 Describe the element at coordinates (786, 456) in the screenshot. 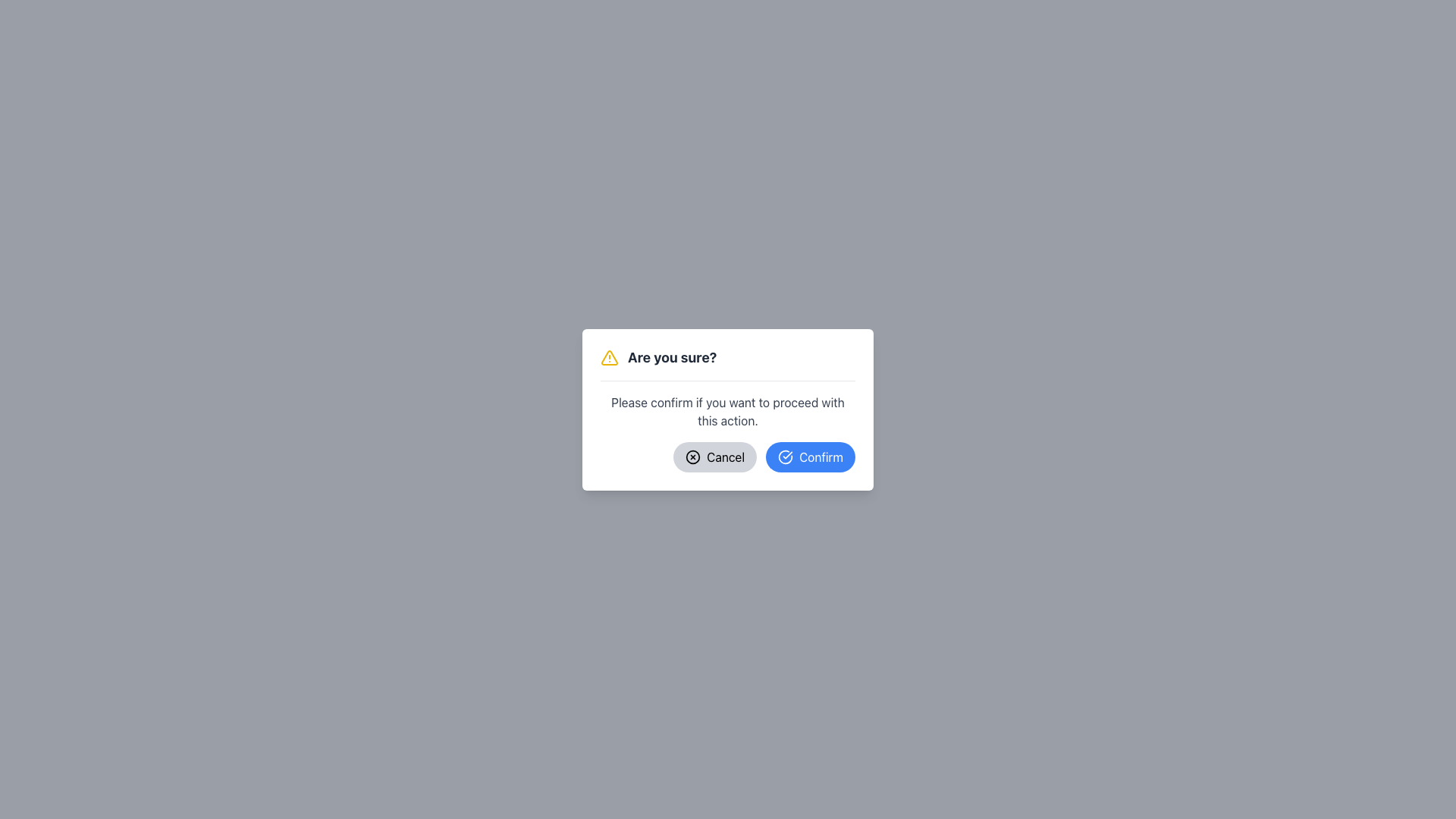

I see `the decorative circular checkmark icon that visually represents a confirmation action, located to the left of the 'Confirm' button` at that location.